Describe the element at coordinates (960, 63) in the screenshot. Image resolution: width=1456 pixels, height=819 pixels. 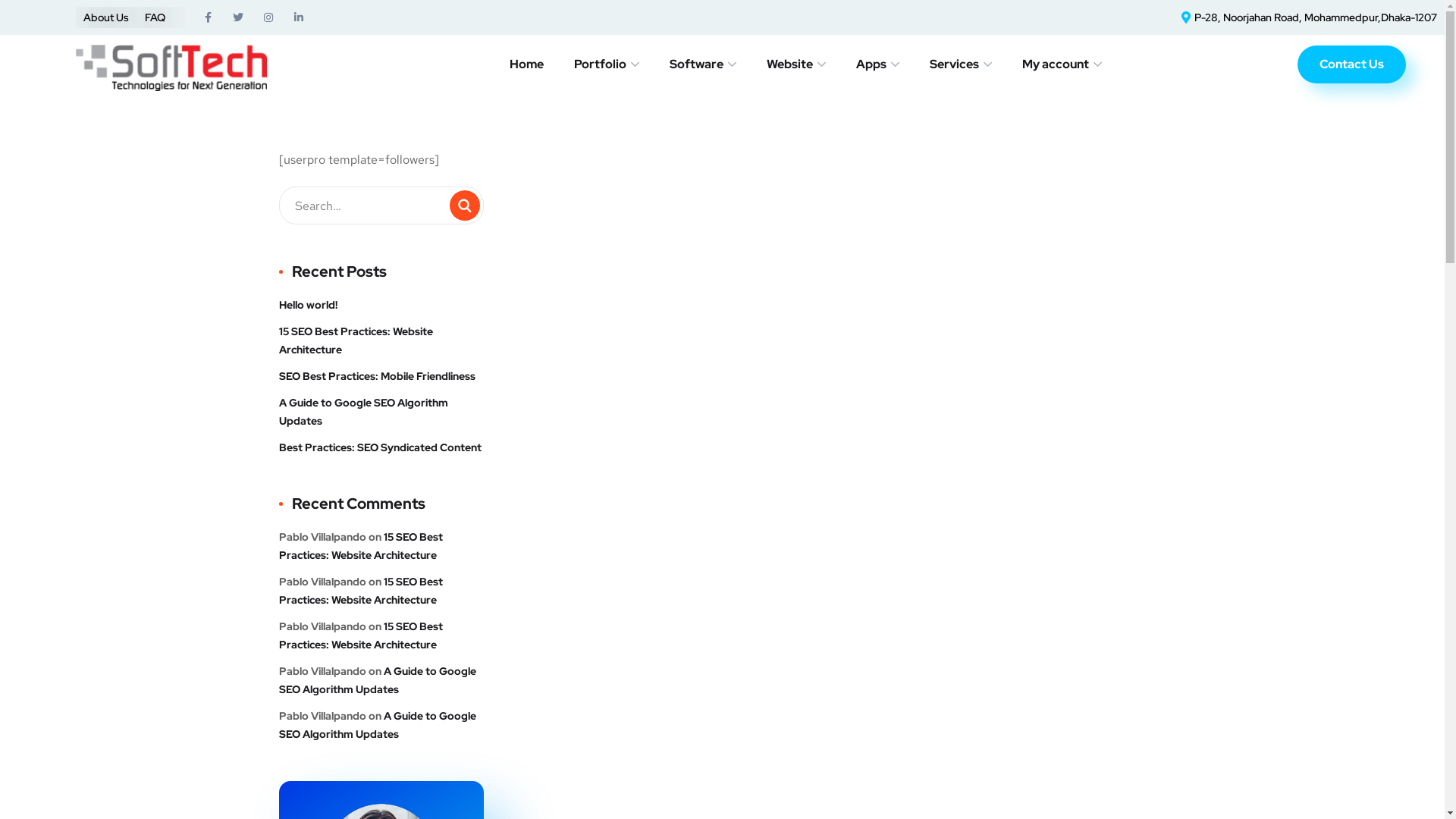
I see `'Services'` at that location.